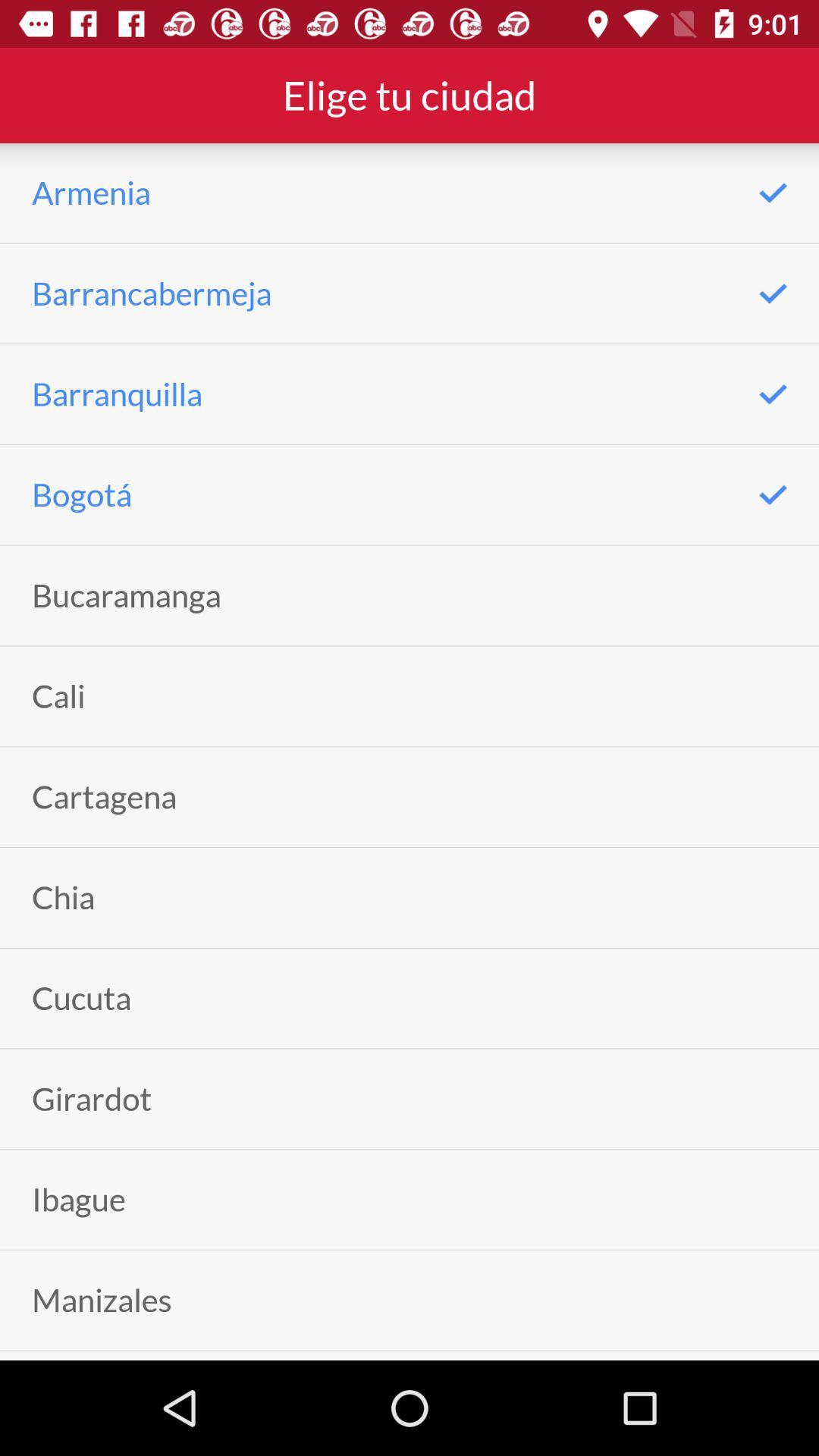 The image size is (819, 1456). I want to click on the icon below the cartagena app, so click(62, 897).